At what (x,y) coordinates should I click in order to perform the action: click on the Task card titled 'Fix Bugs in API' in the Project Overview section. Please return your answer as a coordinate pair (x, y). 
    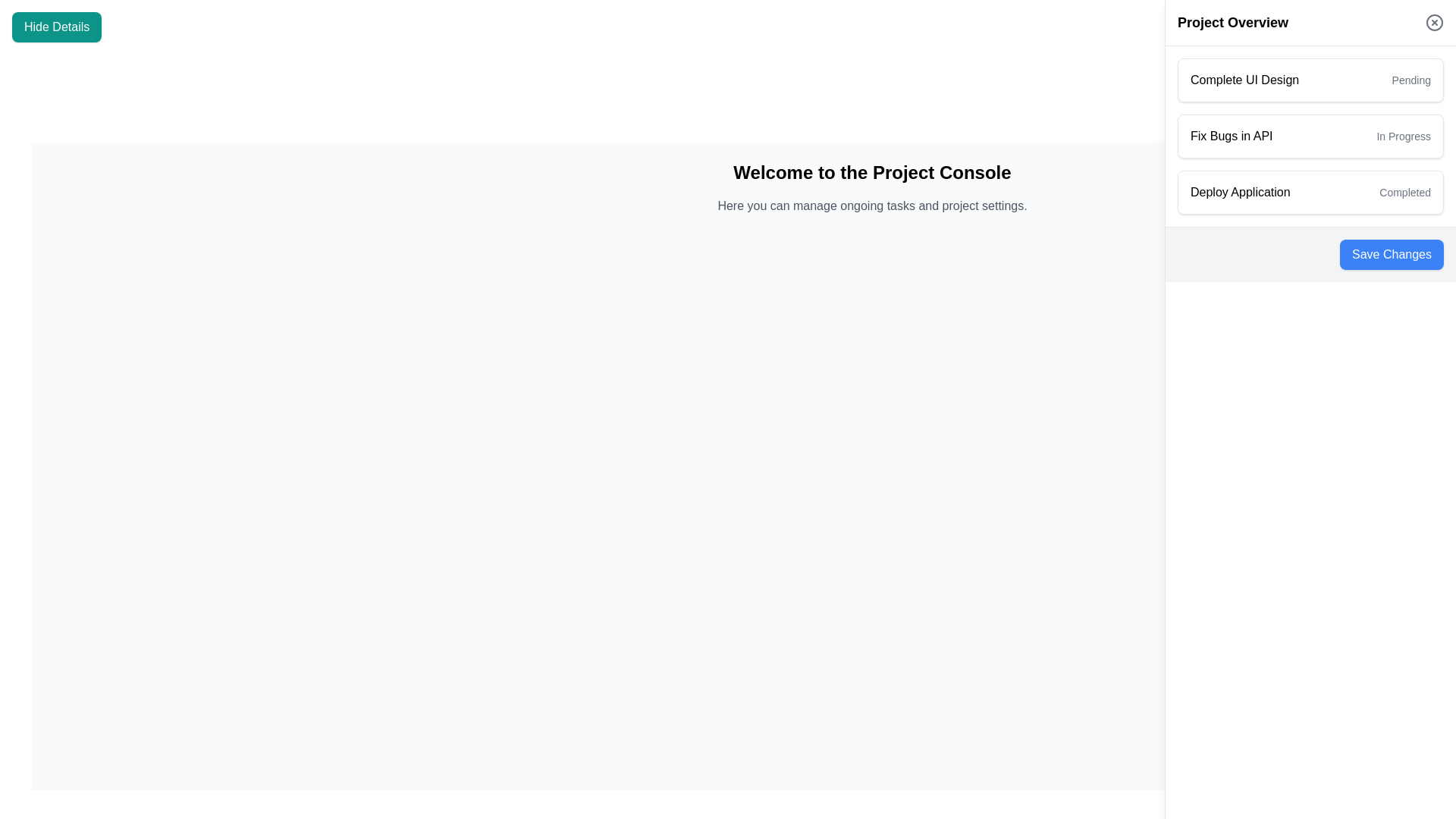
    Looking at the image, I should click on (1310, 136).